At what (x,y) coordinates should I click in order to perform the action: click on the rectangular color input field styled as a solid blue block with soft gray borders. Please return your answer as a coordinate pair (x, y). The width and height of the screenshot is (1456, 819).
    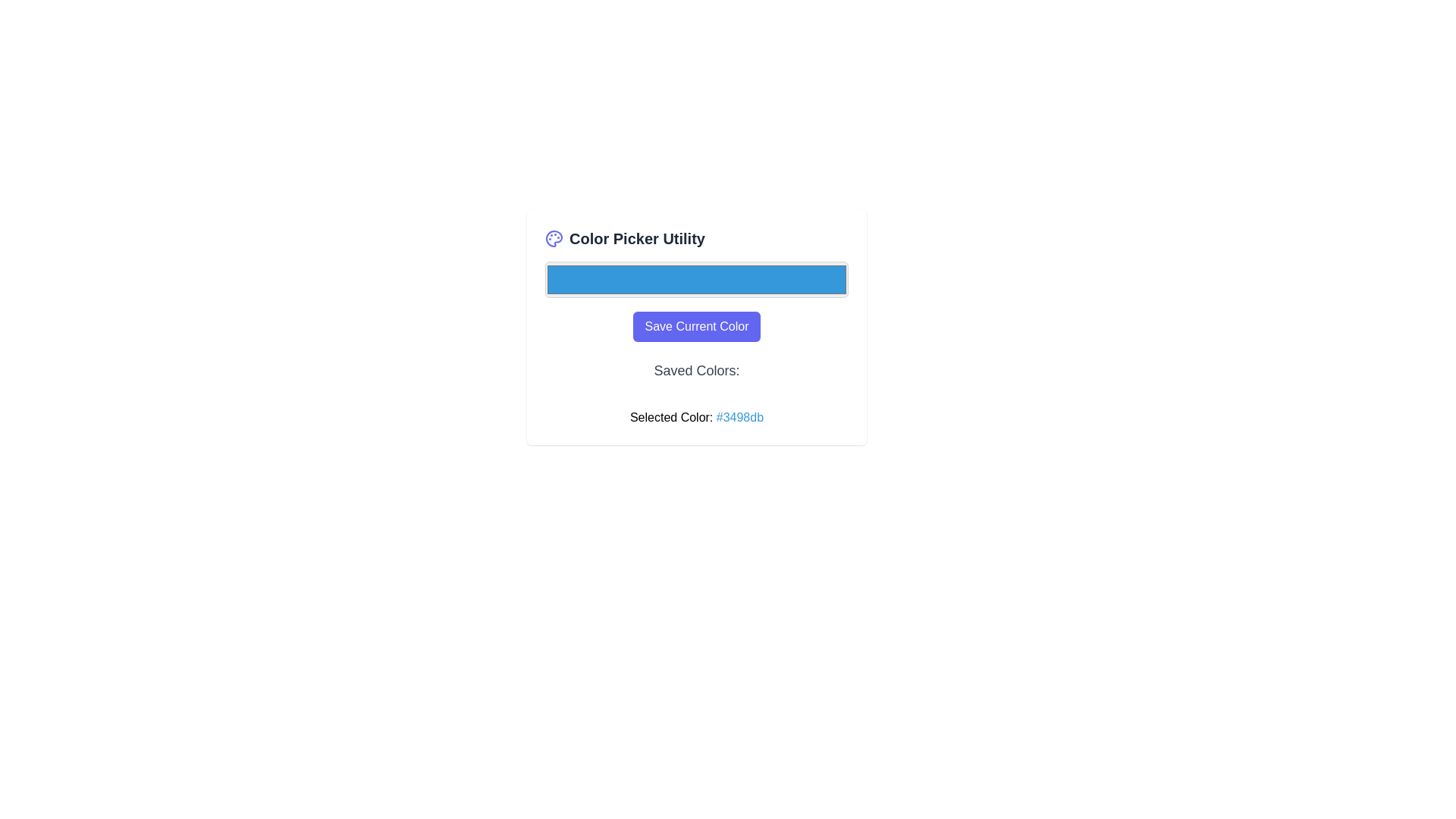
    Looking at the image, I should click on (695, 280).